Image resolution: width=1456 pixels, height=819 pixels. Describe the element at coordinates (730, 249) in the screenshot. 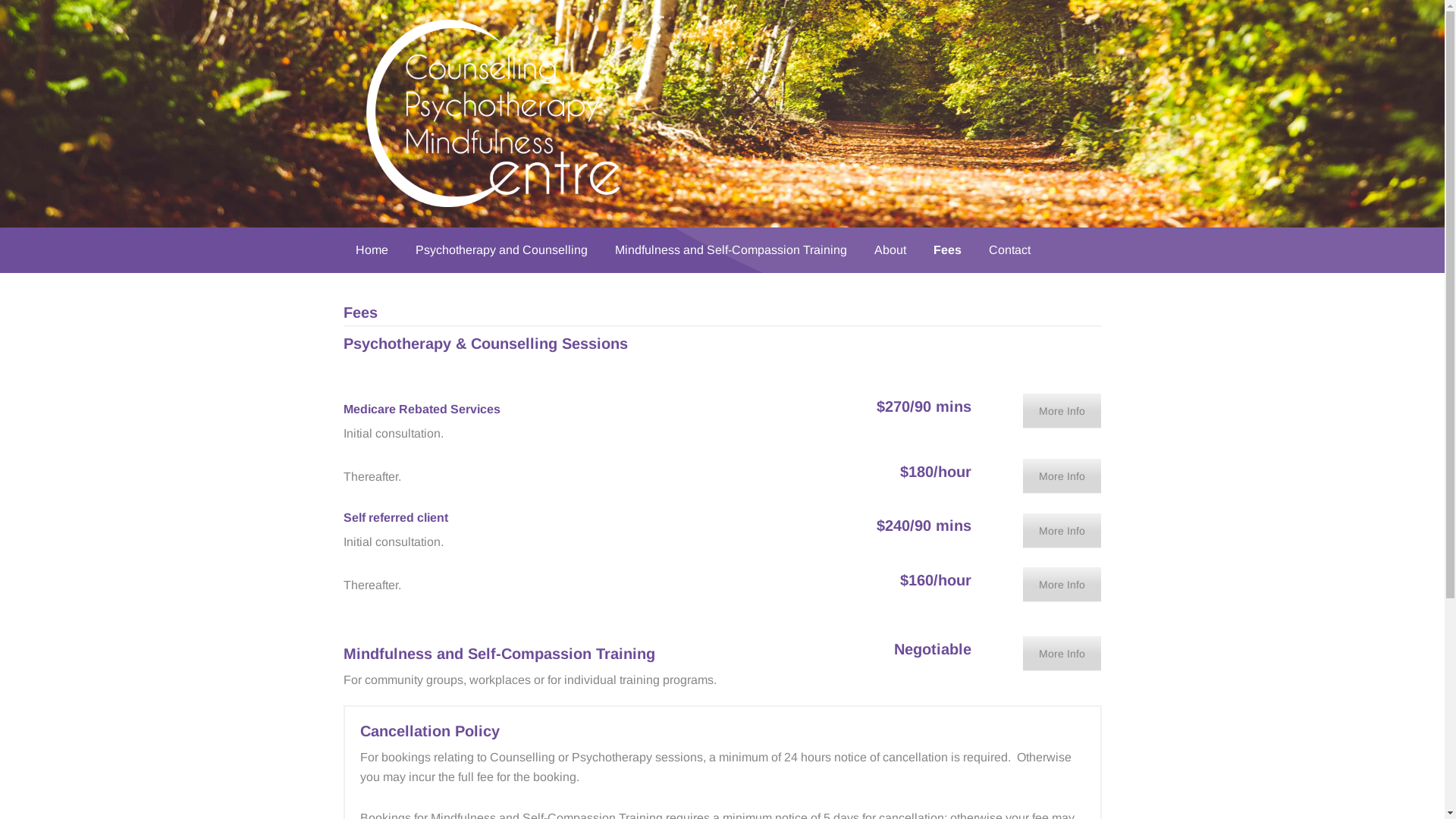

I see `'Mindfulness and Self-Compassion Training'` at that location.